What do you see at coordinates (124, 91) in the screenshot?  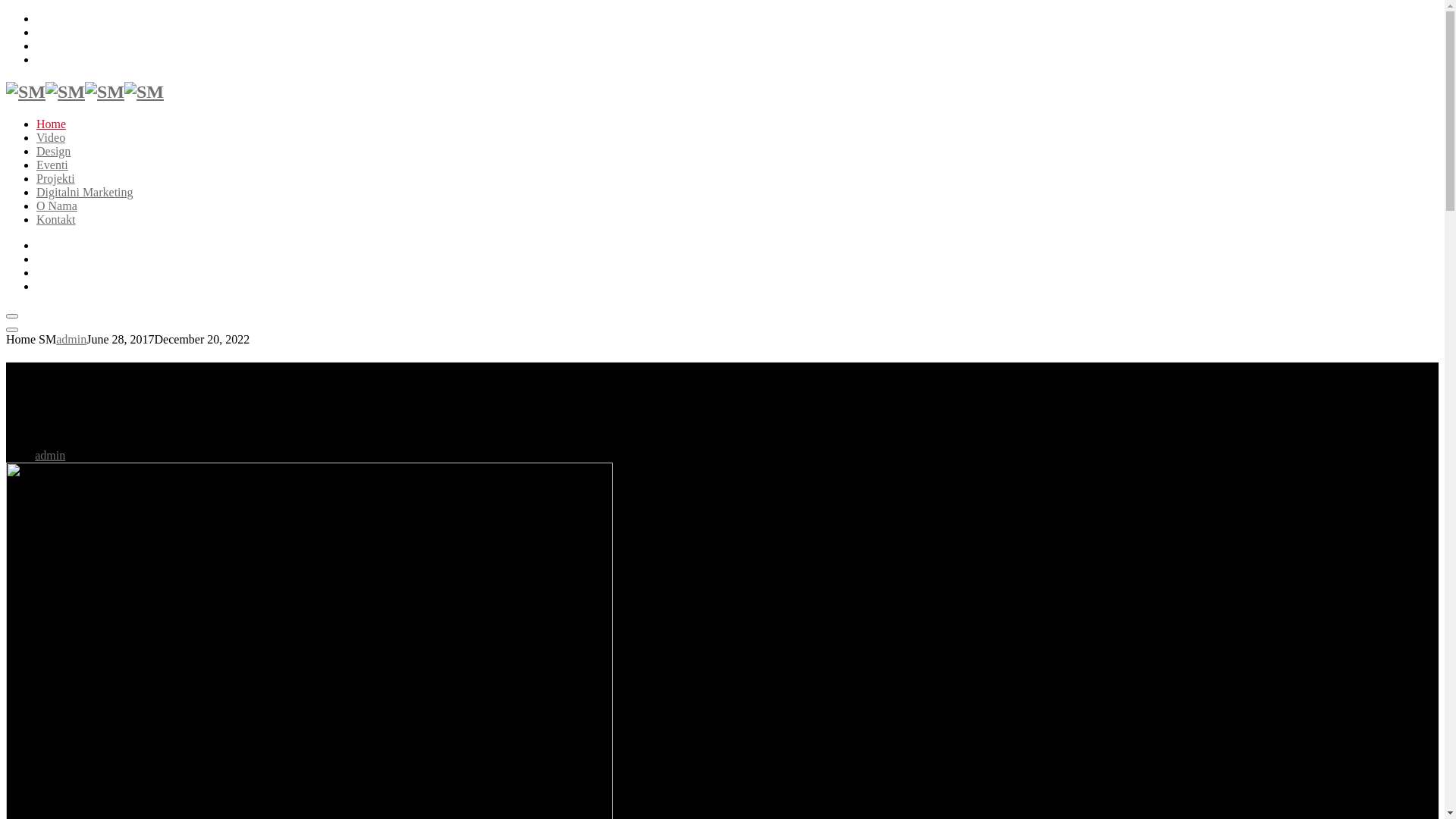 I see `'SM'` at bounding box center [124, 91].